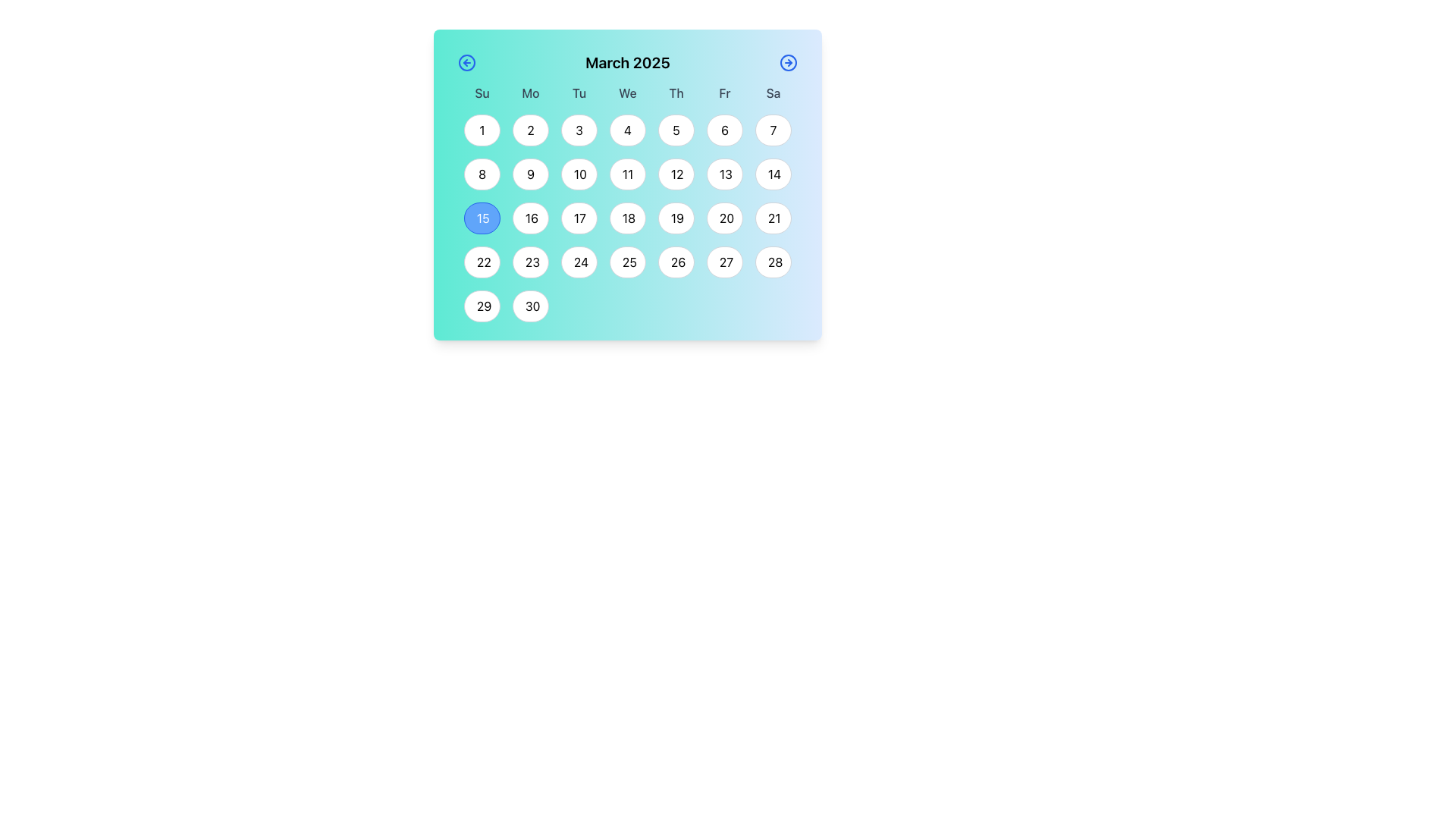 Image resolution: width=1456 pixels, height=819 pixels. I want to click on the circular button displaying the number '10' for extended date options, so click(578, 174).